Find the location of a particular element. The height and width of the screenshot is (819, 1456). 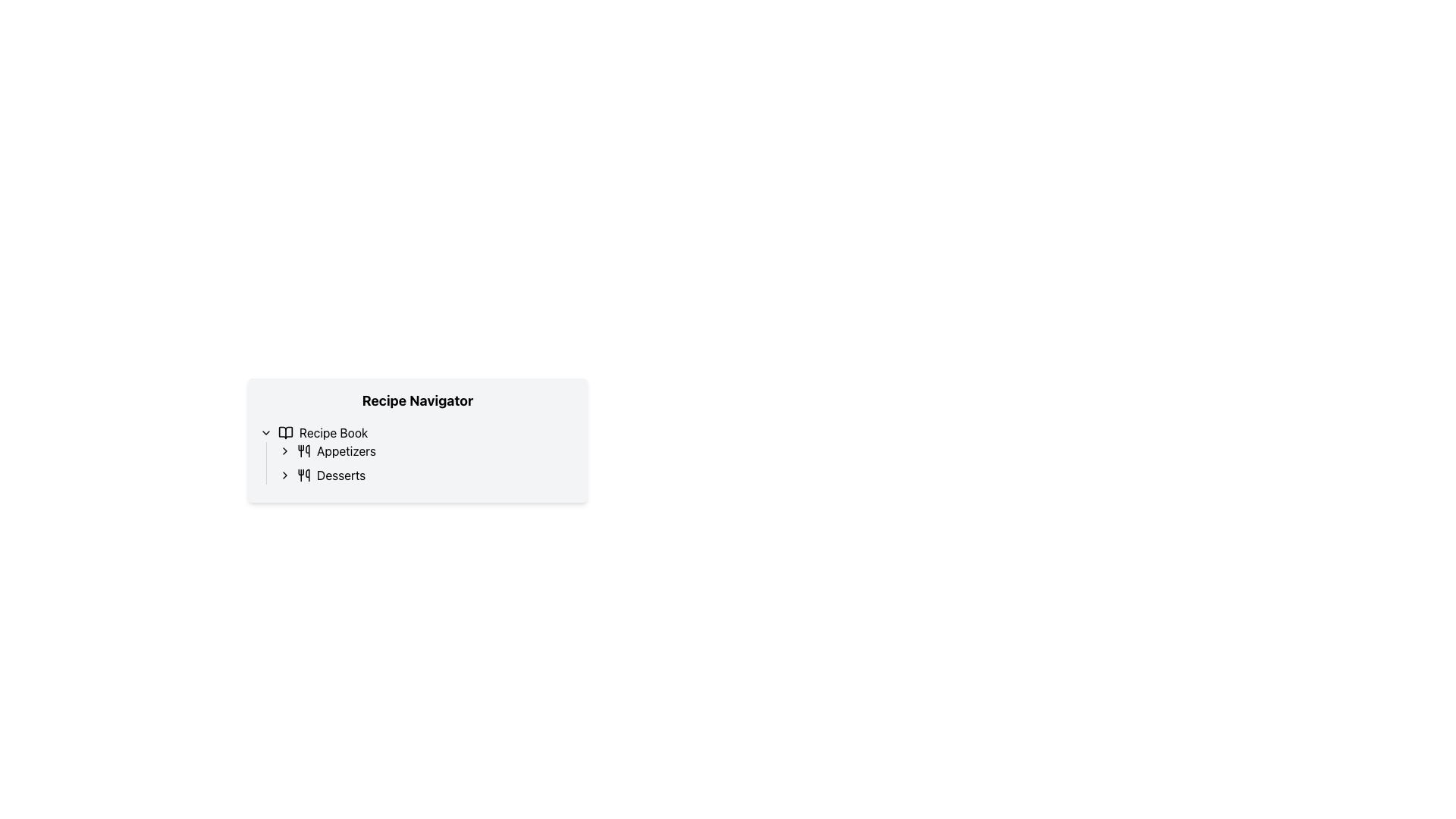

the utensil icon (fork and spoon design) located is located at coordinates (303, 450).